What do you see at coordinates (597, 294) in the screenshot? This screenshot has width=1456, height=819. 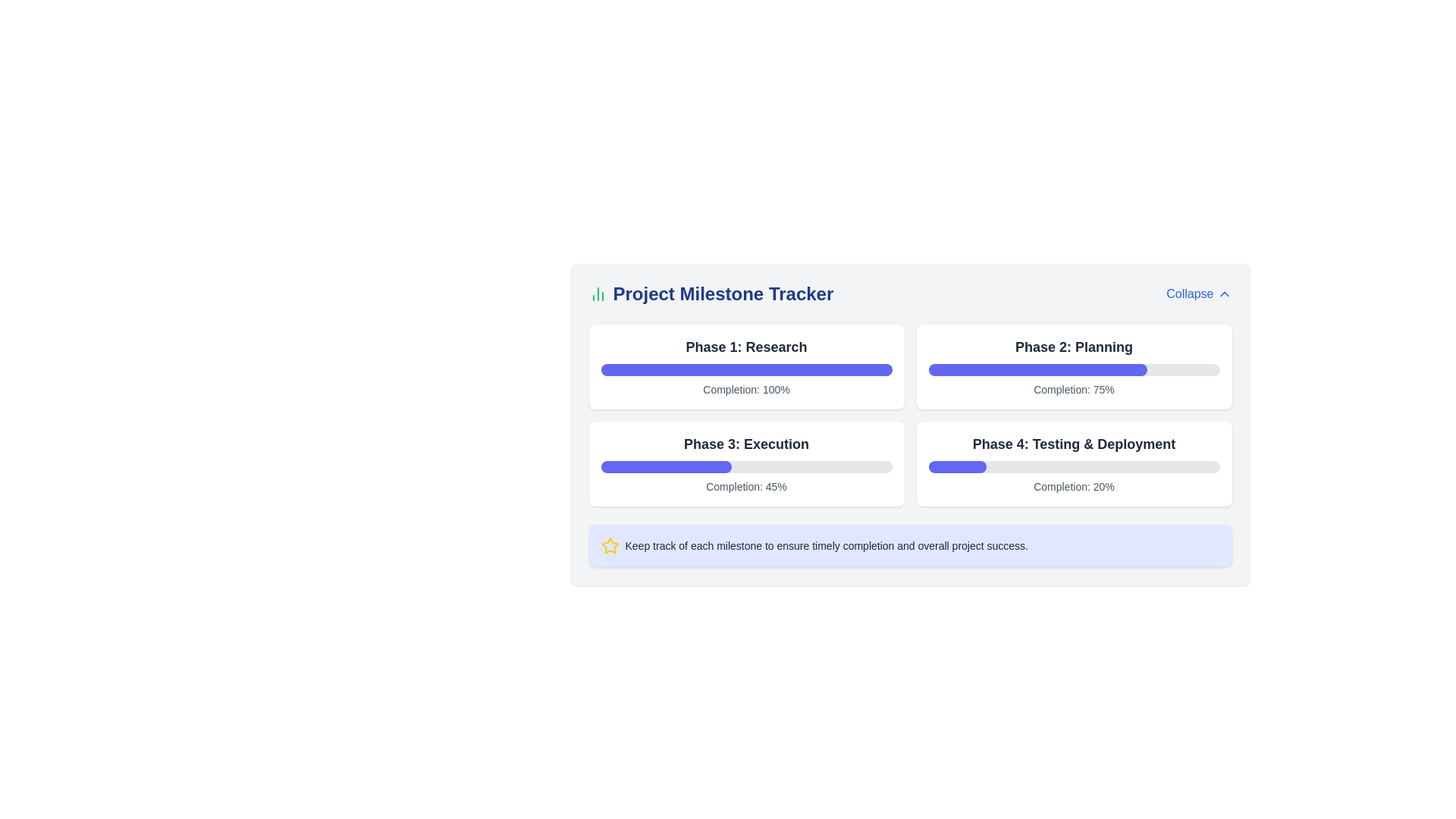 I see `the decorative icon representing the 'Project Milestone Tracker' feature located at the beginning of the header, aligned to the left of the text` at bounding box center [597, 294].